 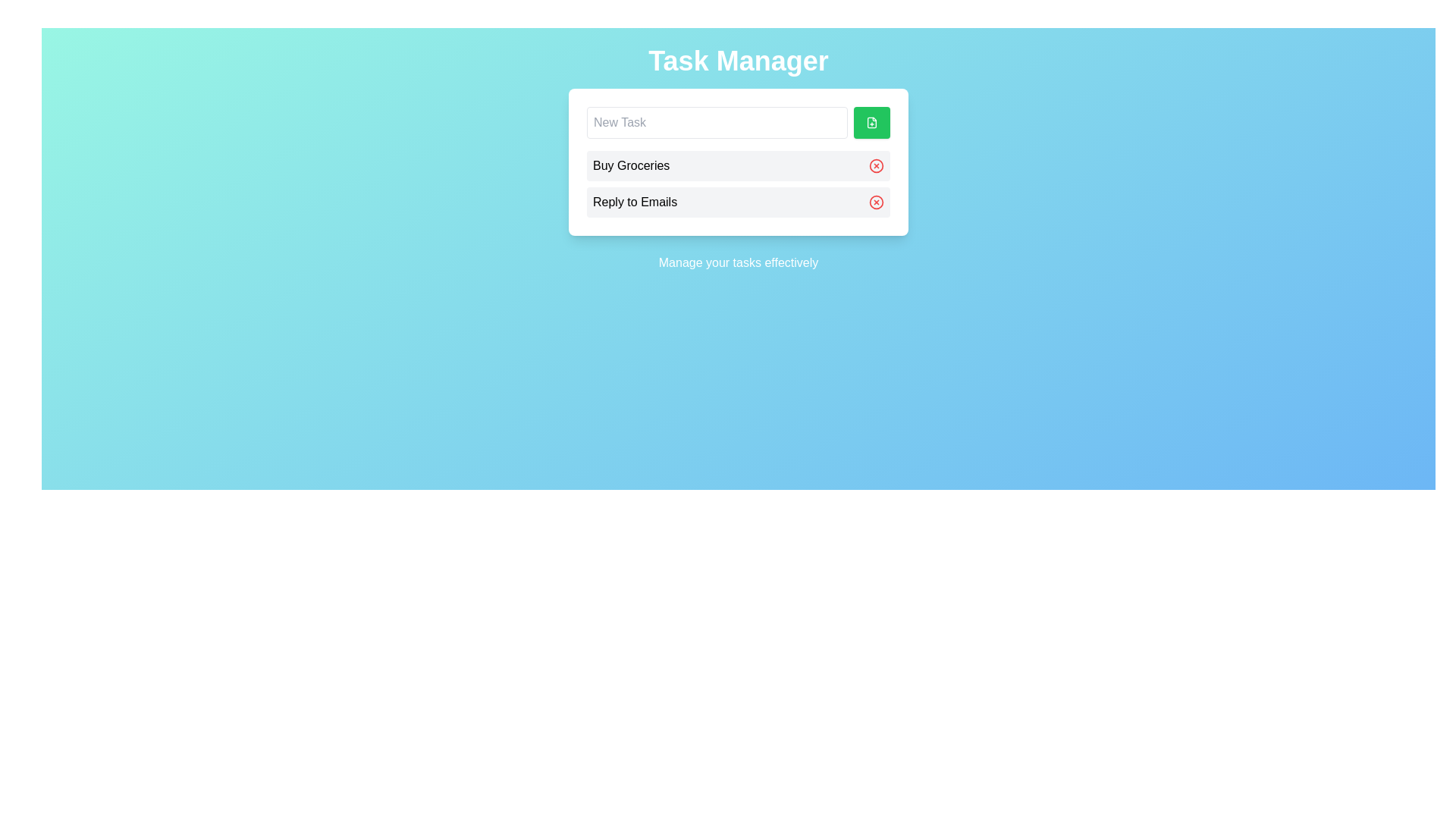 I want to click on the decorative element of the delete icon associated with removing the 'Reply to Emails' task from the second task listed in the 'Task Manager' interface, so click(x=877, y=201).